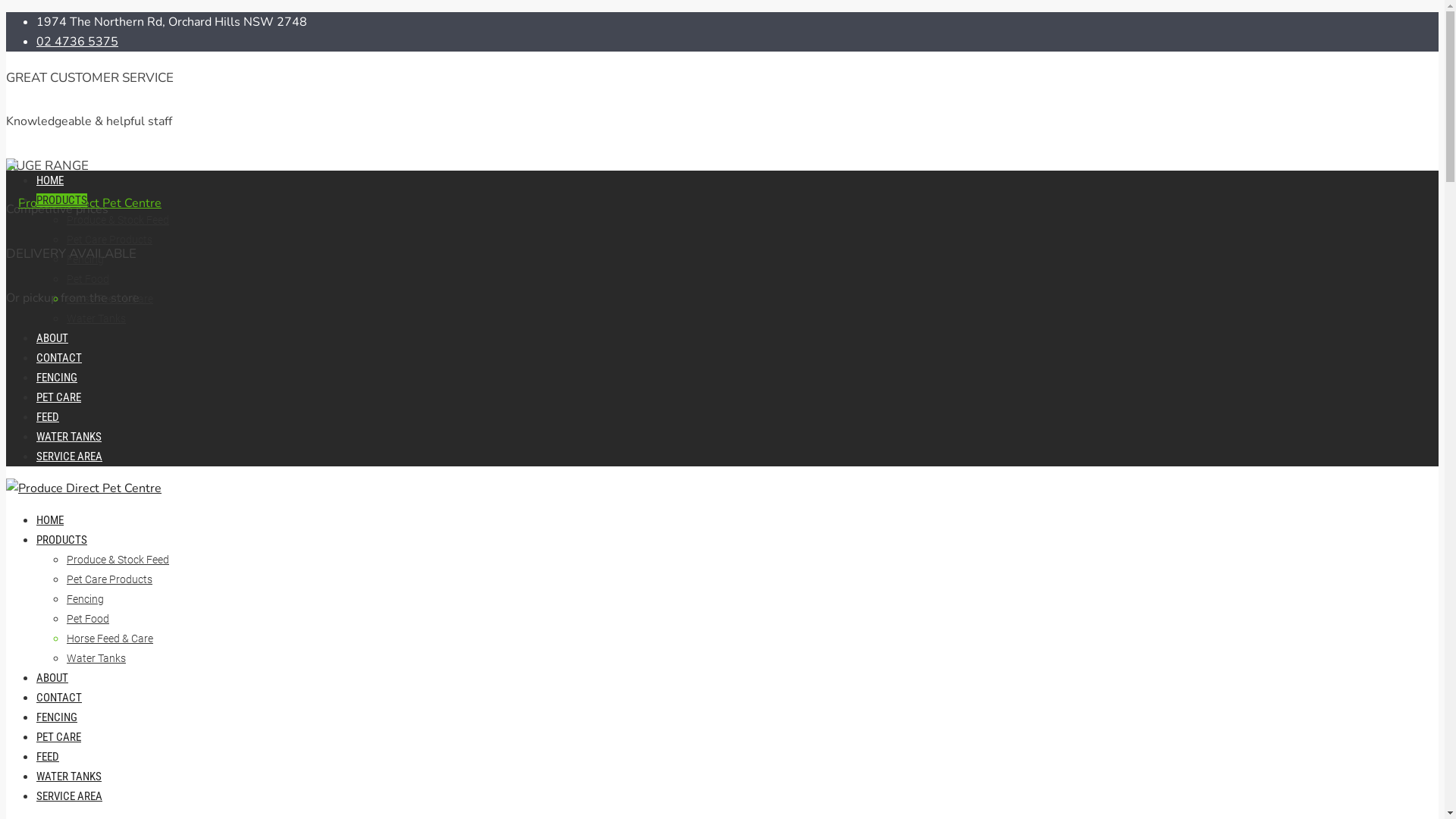 This screenshot has height=819, width=1456. Describe the element at coordinates (108, 239) in the screenshot. I see `'Pet Care Products'` at that location.